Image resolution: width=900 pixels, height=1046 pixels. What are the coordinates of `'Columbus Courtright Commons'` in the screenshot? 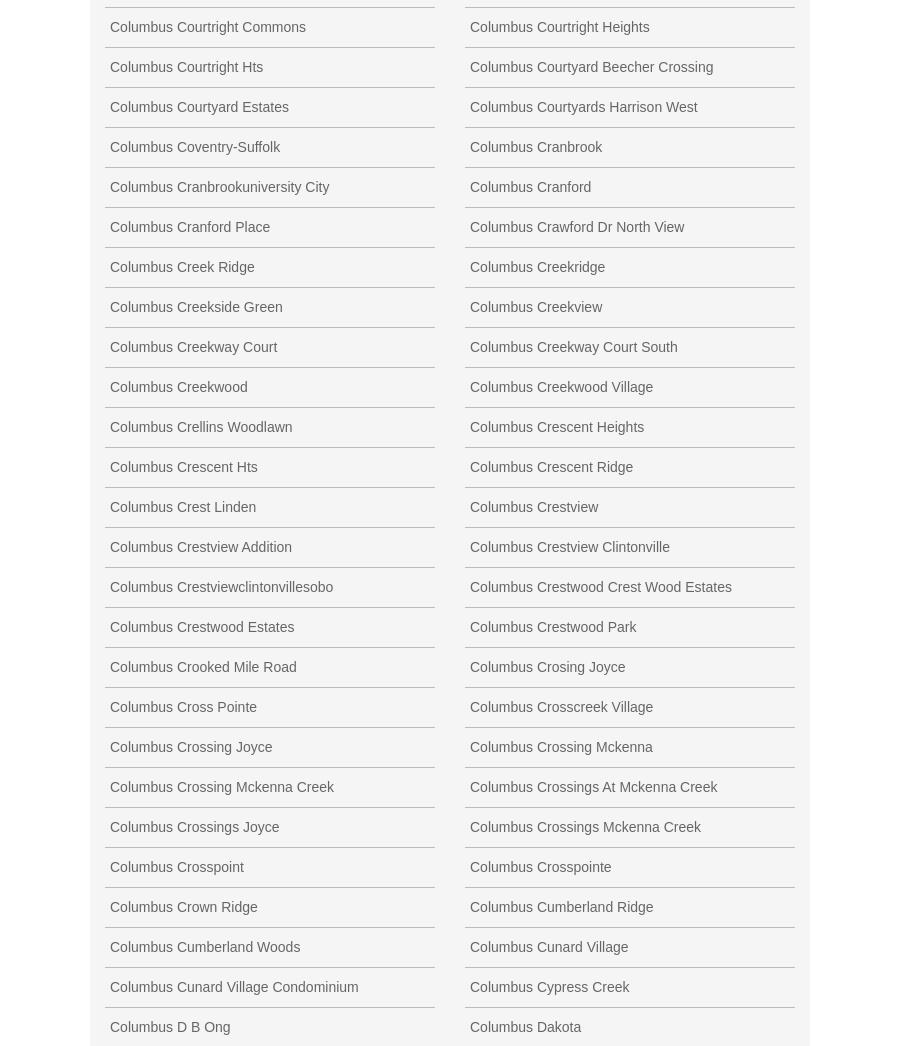 It's located at (207, 25).